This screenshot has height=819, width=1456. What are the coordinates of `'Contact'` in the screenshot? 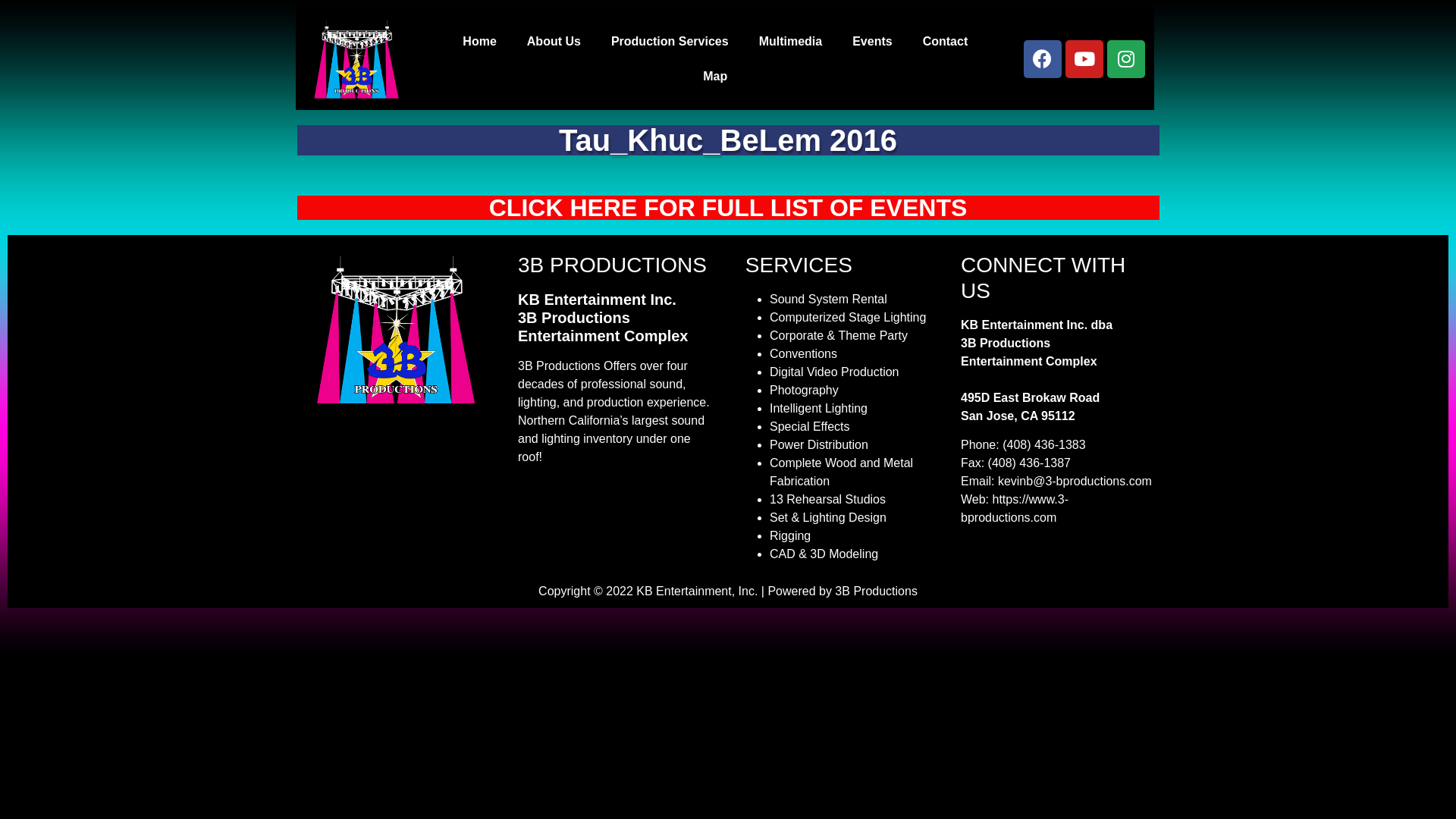 It's located at (945, 40).